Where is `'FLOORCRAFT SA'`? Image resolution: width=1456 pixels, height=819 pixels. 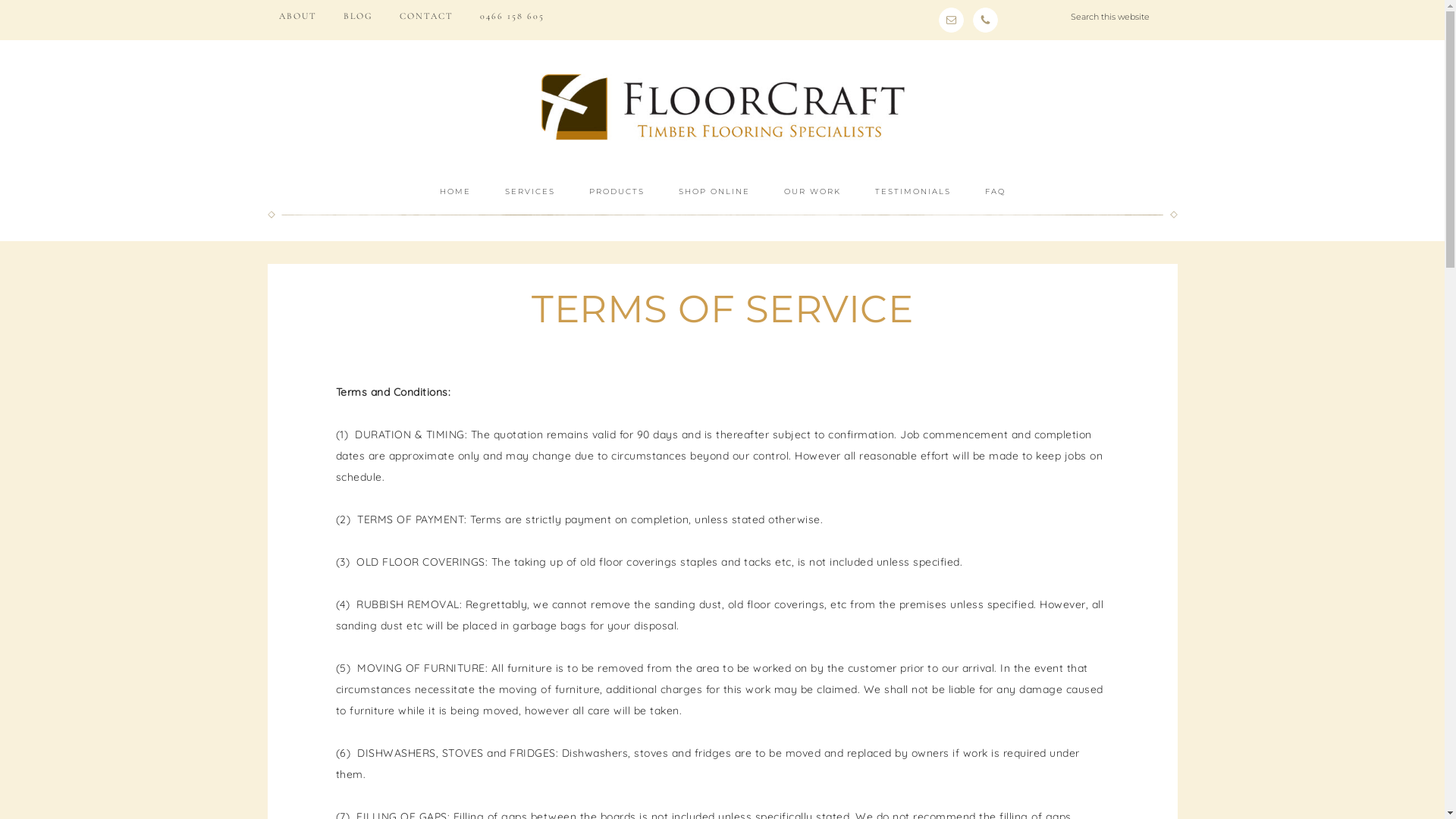 'FLOORCRAFT SA' is located at coordinates (720, 105).